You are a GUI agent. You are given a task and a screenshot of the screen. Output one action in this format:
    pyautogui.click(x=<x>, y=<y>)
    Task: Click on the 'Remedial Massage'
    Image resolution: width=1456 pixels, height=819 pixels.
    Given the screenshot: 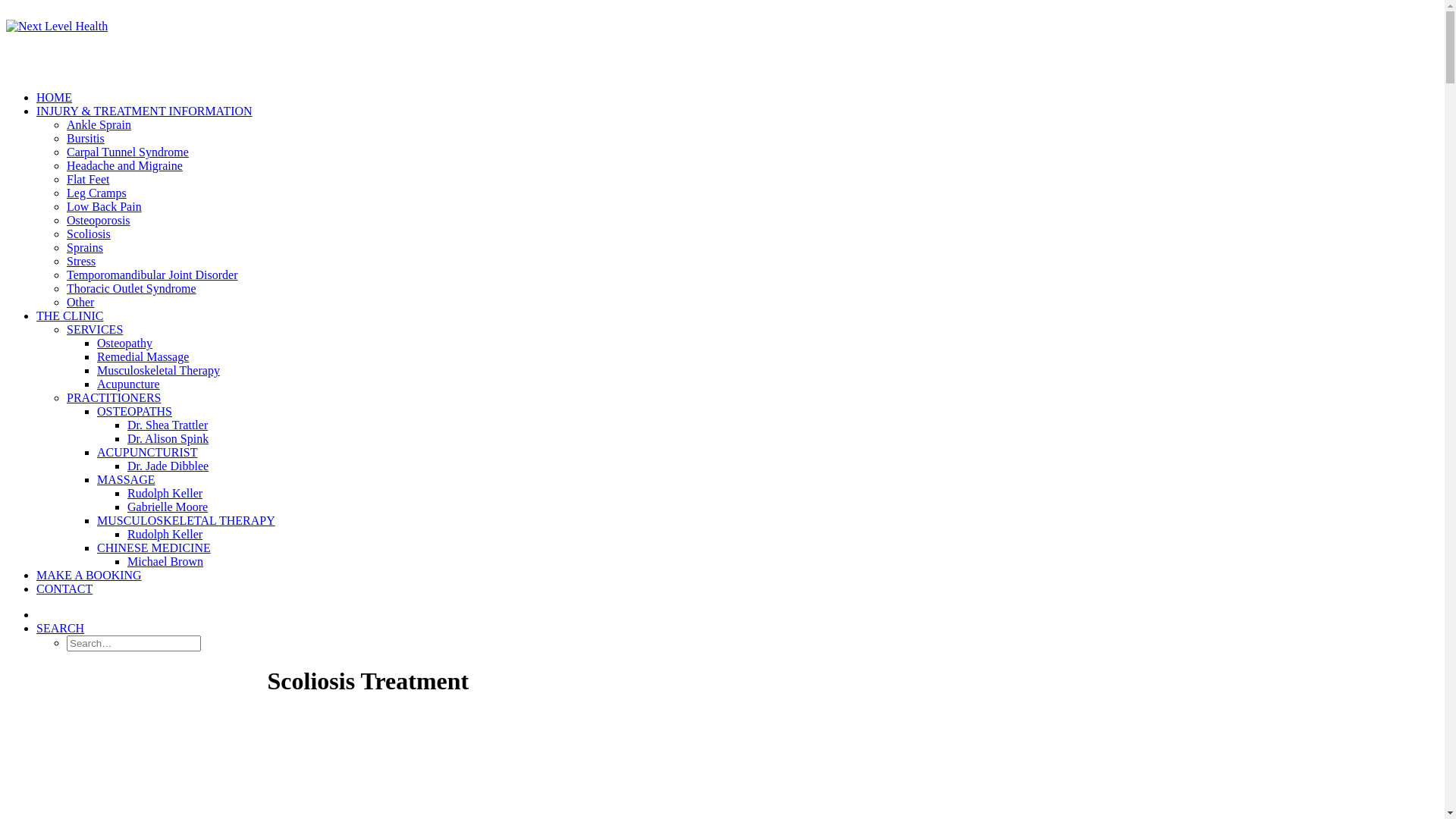 What is the action you would take?
    pyautogui.click(x=143, y=356)
    